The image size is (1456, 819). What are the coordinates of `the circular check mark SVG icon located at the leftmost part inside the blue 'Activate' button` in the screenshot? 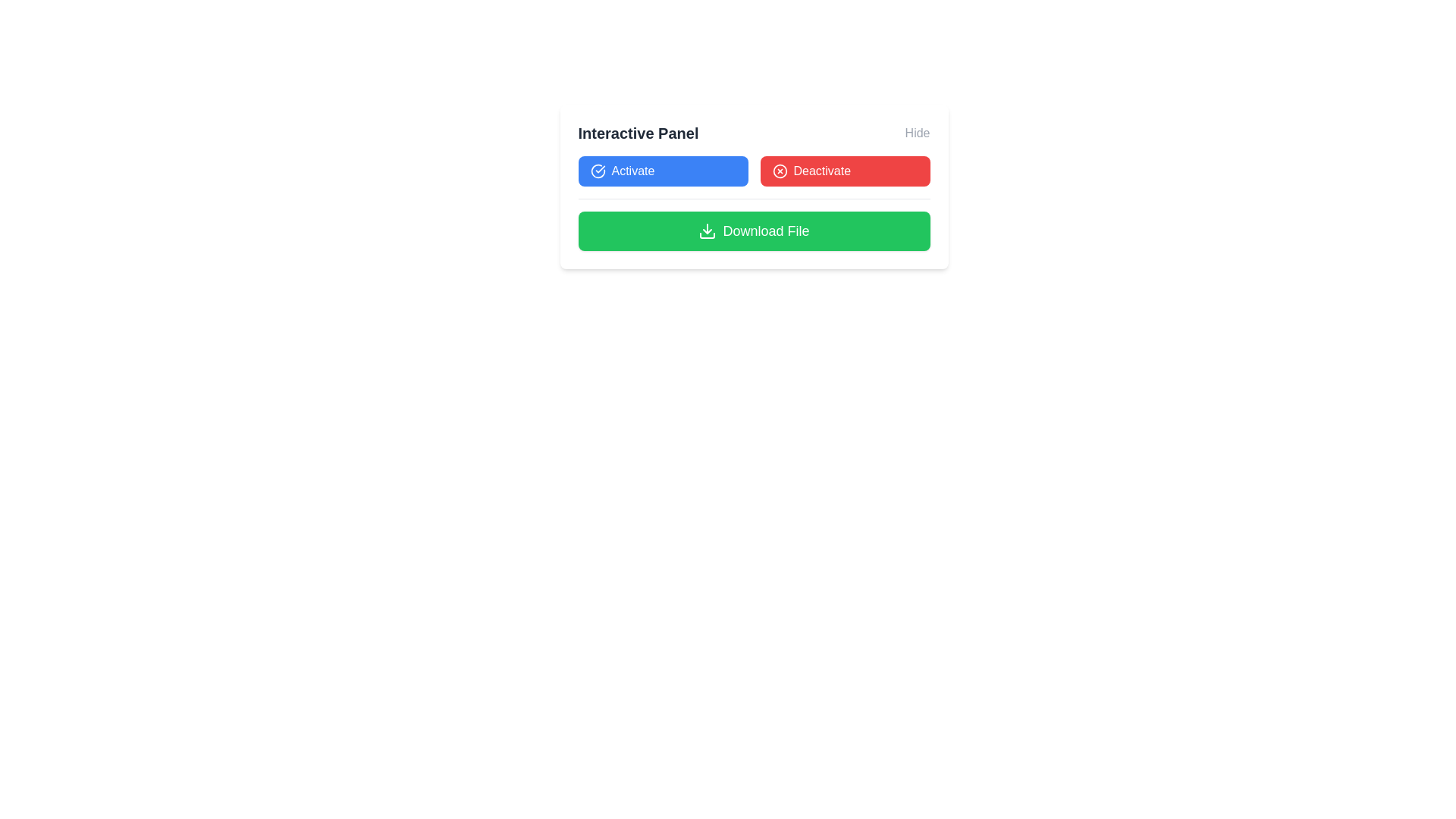 It's located at (597, 171).